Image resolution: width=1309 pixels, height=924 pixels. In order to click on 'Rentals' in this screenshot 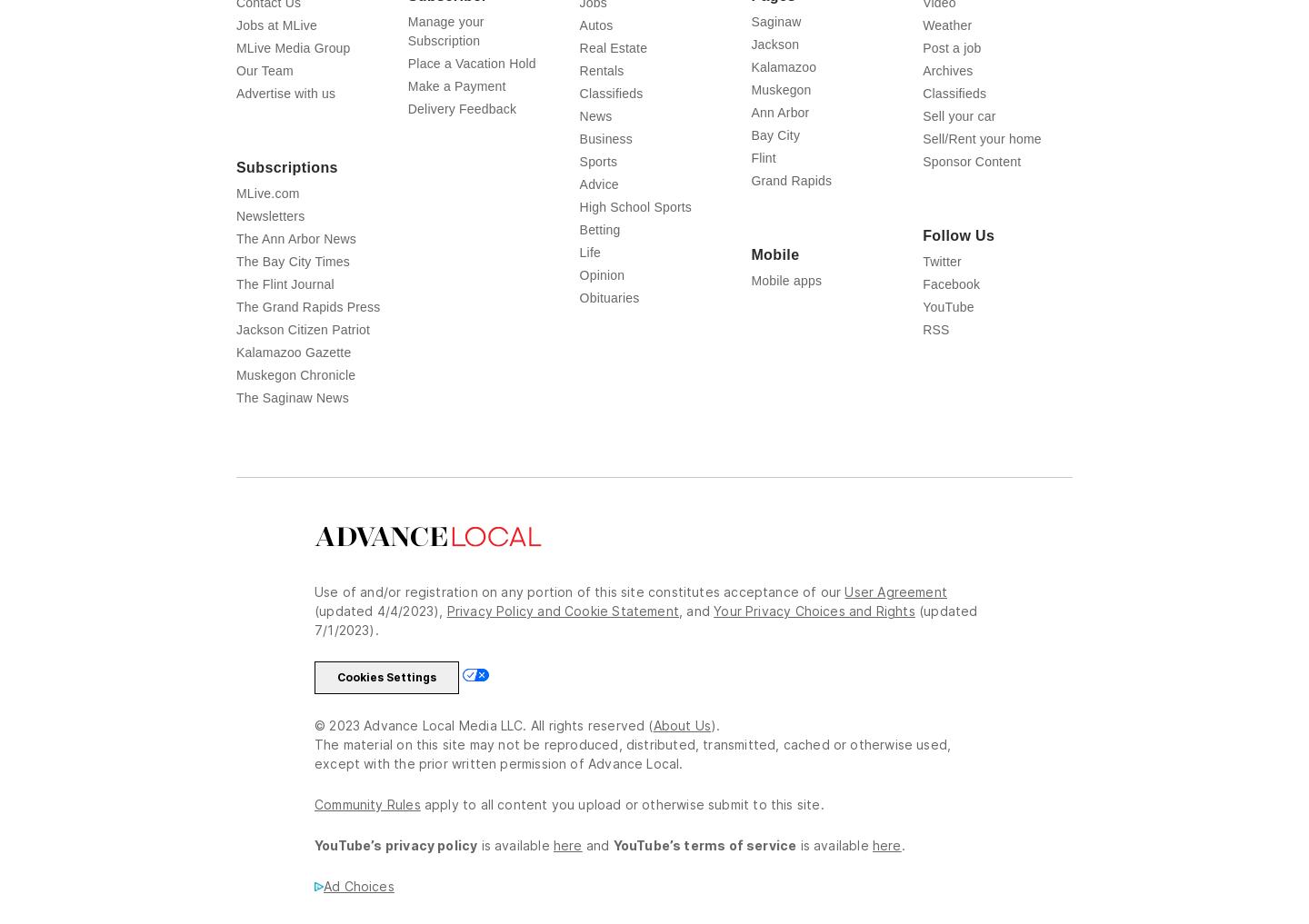, I will do `click(601, 71)`.